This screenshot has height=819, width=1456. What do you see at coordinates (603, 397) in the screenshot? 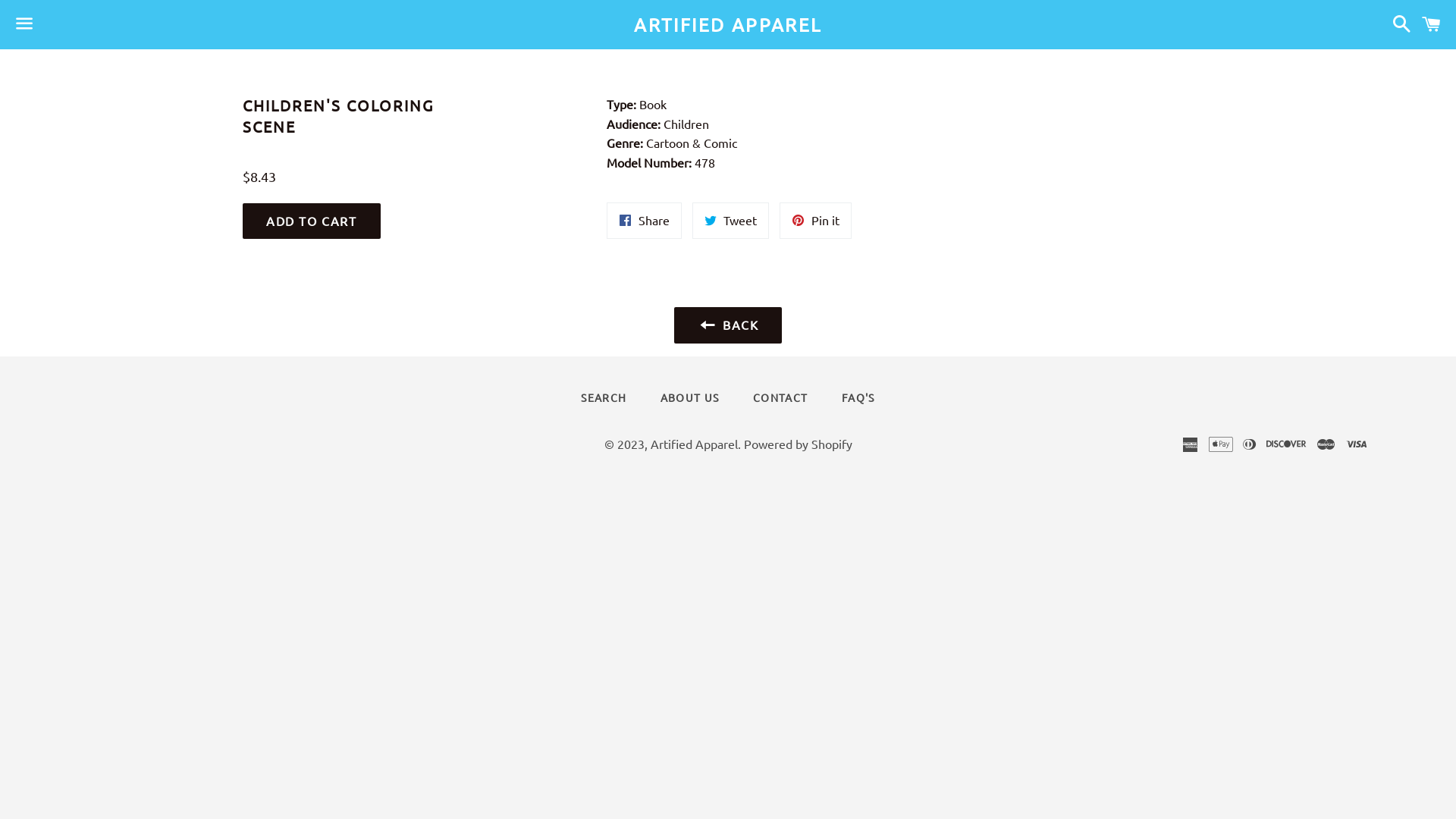
I see `'SEARCH'` at bounding box center [603, 397].